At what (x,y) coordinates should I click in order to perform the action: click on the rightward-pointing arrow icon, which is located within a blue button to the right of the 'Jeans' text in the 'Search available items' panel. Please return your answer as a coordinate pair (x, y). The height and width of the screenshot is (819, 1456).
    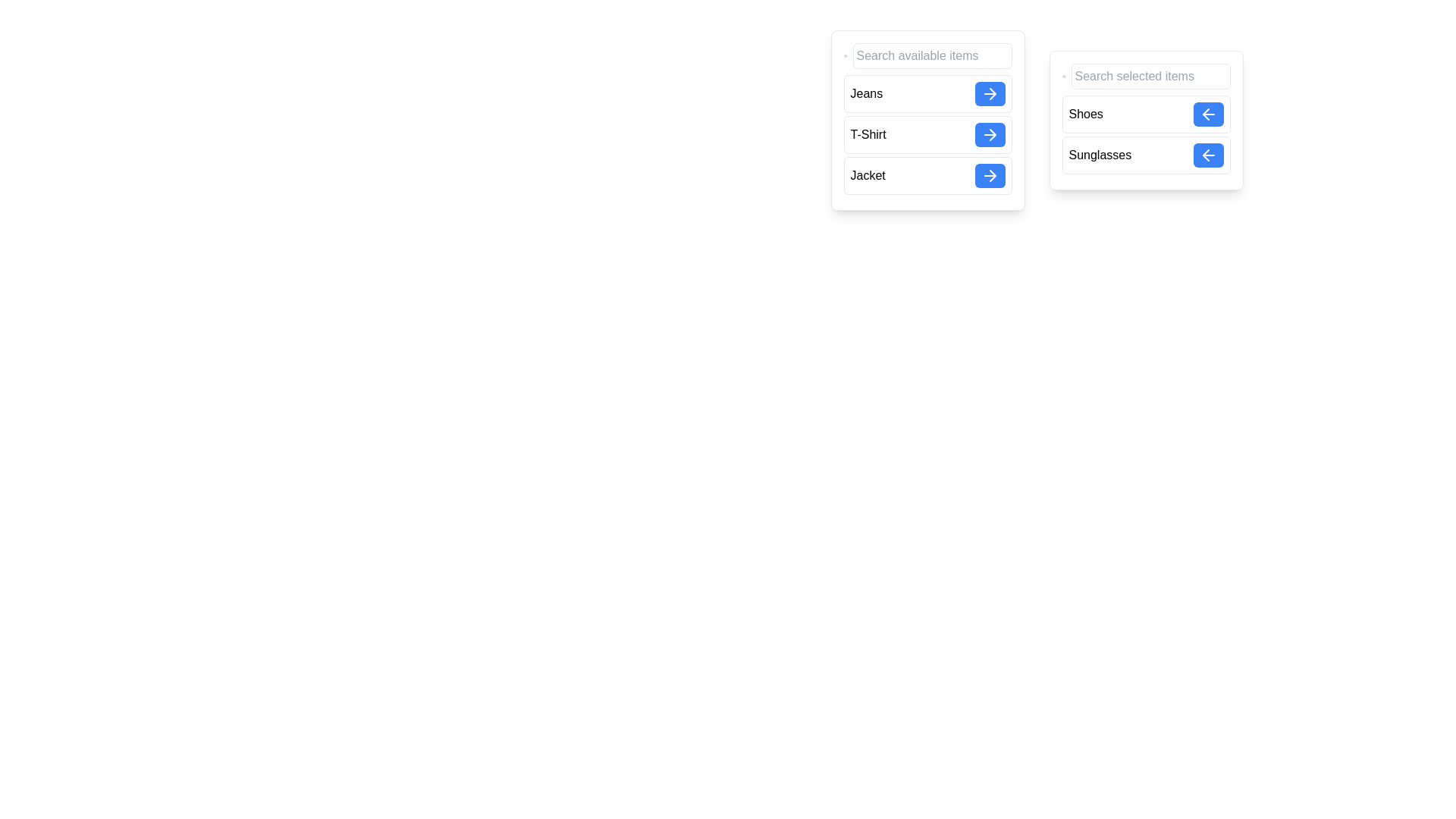
    Looking at the image, I should click on (990, 93).